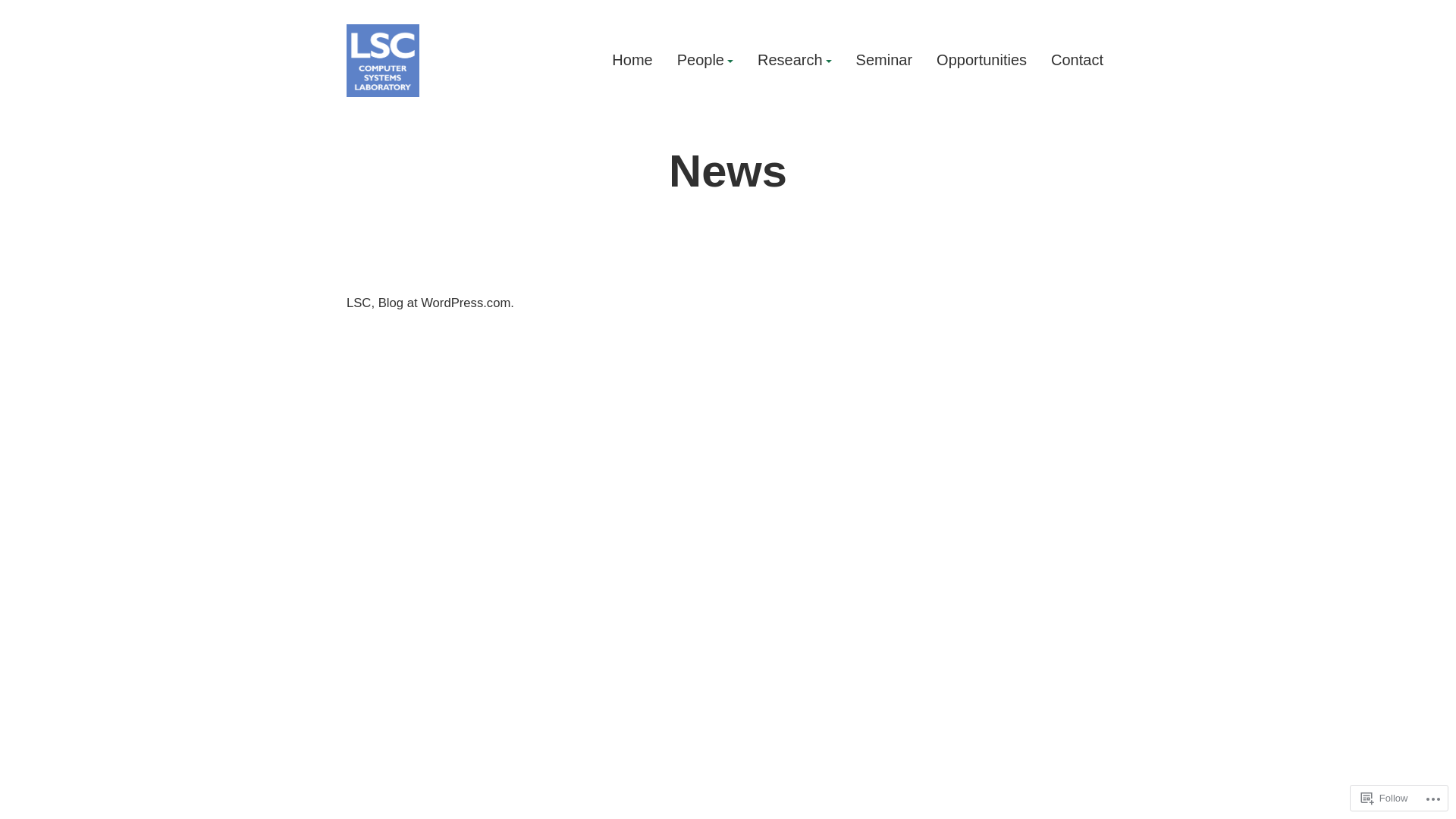  I want to click on 'Research', so click(793, 60).